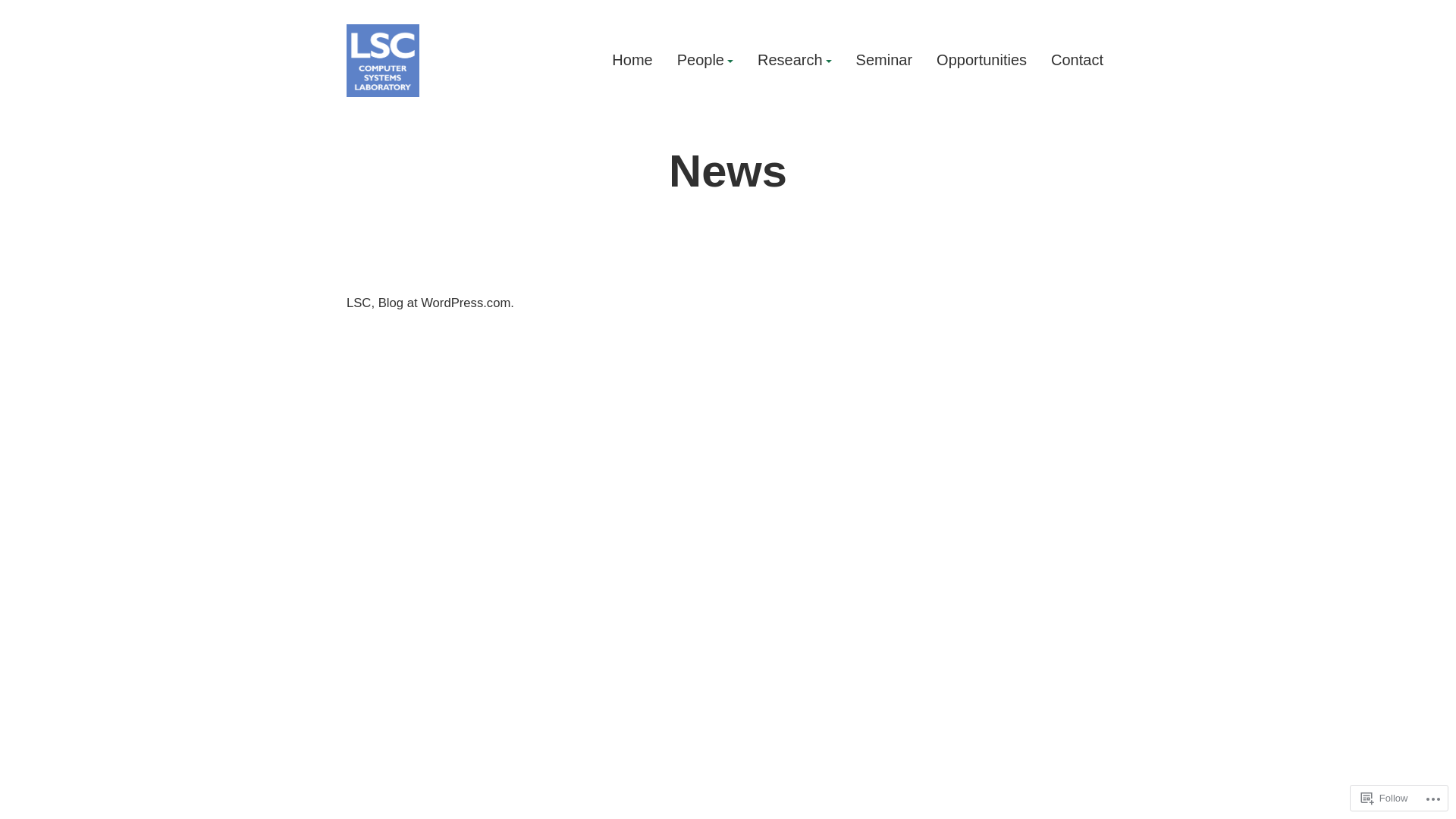  I want to click on 'Research', so click(793, 60).